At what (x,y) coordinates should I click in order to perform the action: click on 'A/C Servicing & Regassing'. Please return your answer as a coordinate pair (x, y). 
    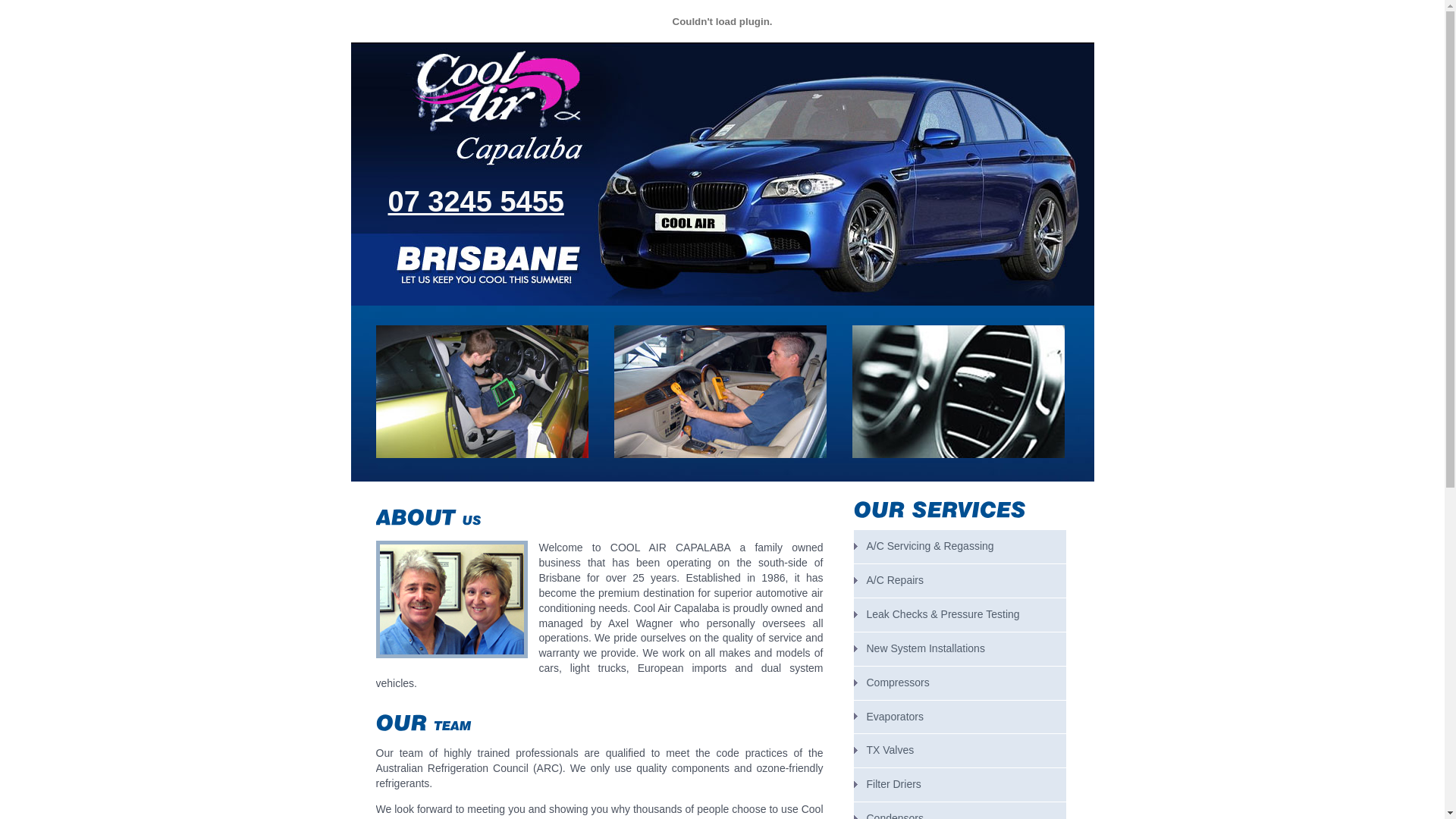
    Looking at the image, I should click on (959, 547).